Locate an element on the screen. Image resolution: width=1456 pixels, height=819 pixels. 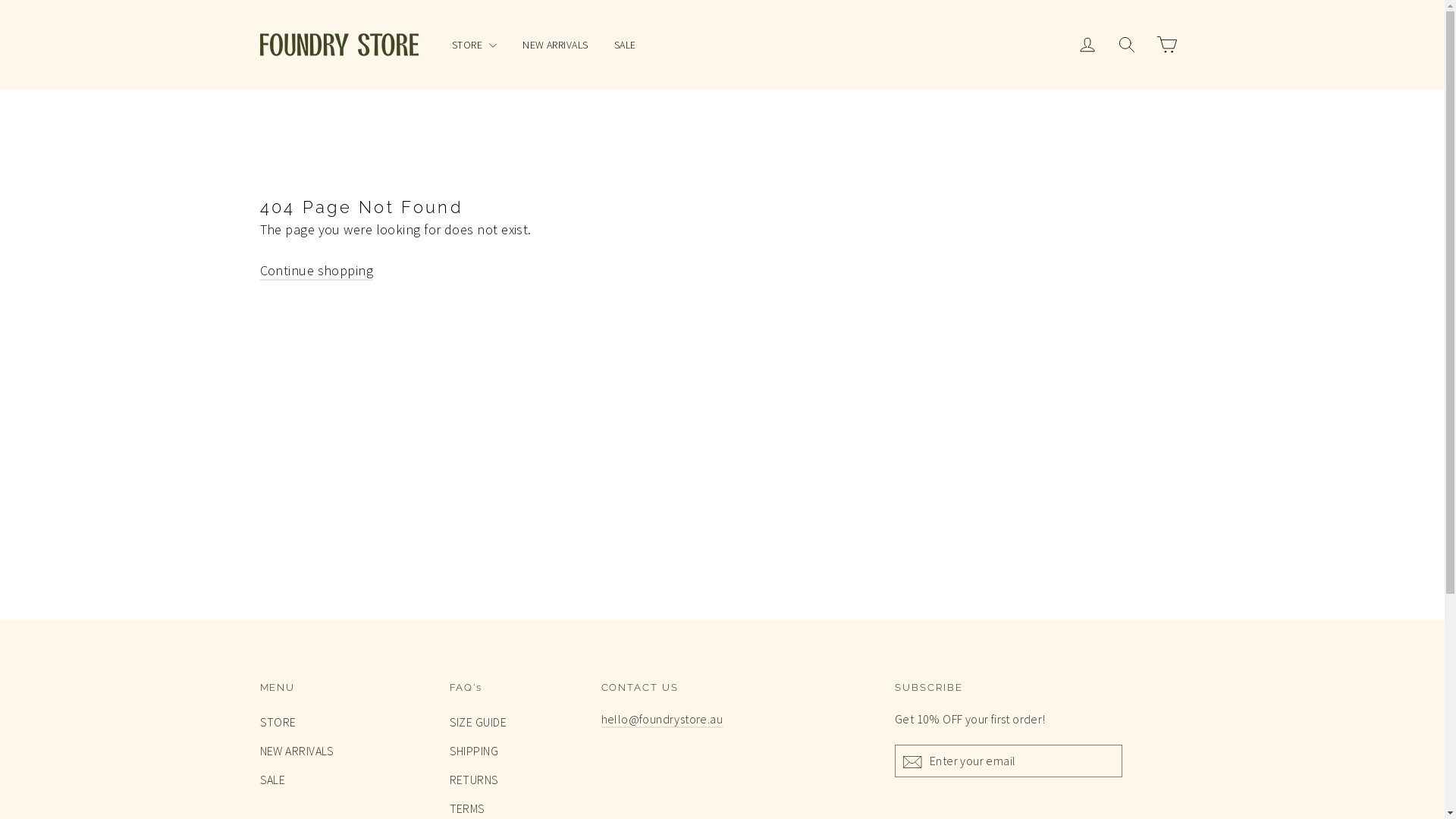
'Skip to content' is located at coordinates (0, 0).